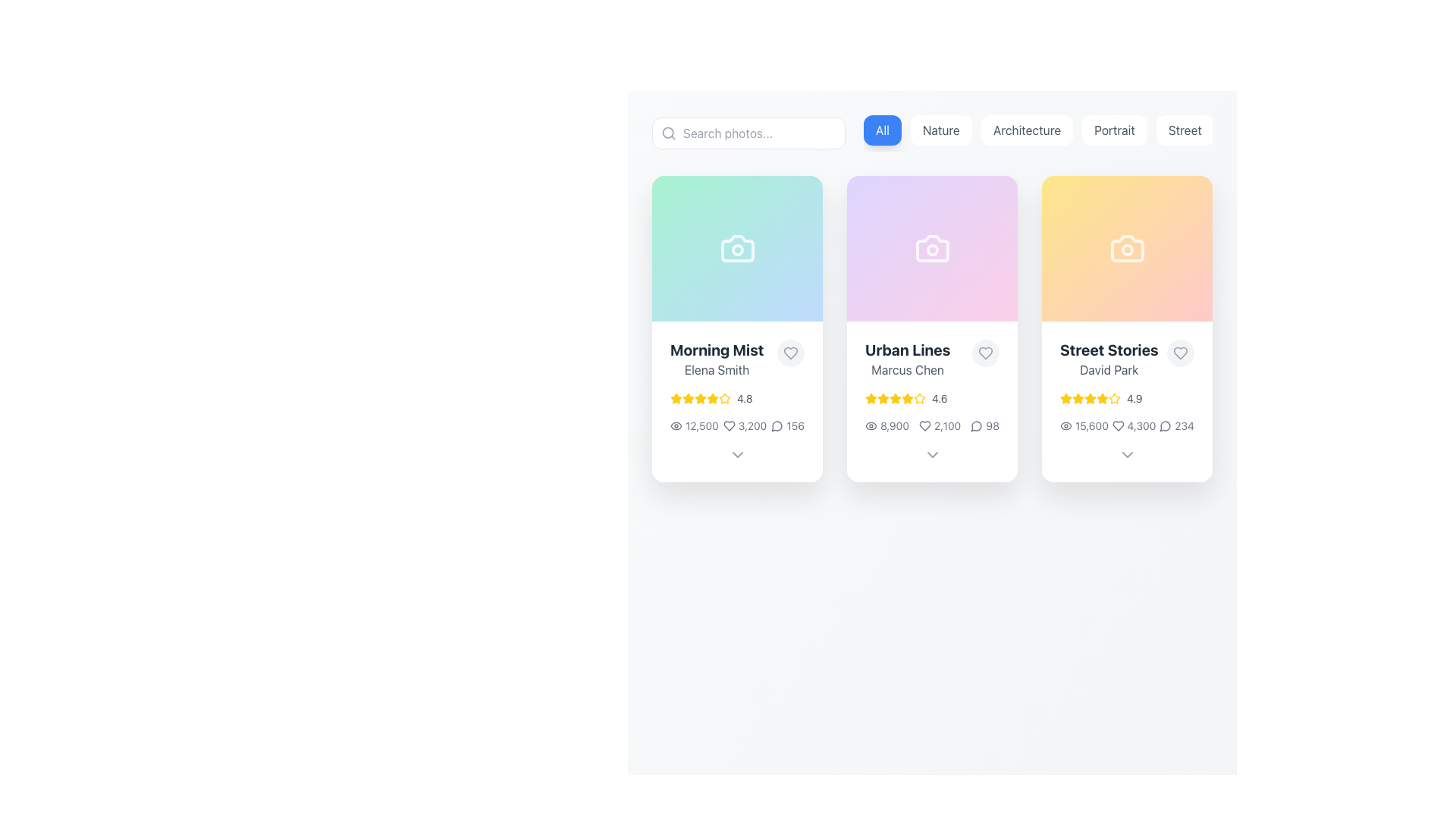  Describe the element at coordinates (895, 397) in the screenshot. I see `the fifth yellow star icon within the 'Urban Lines' card, which is aligned horizontally with similar icons` at that location.